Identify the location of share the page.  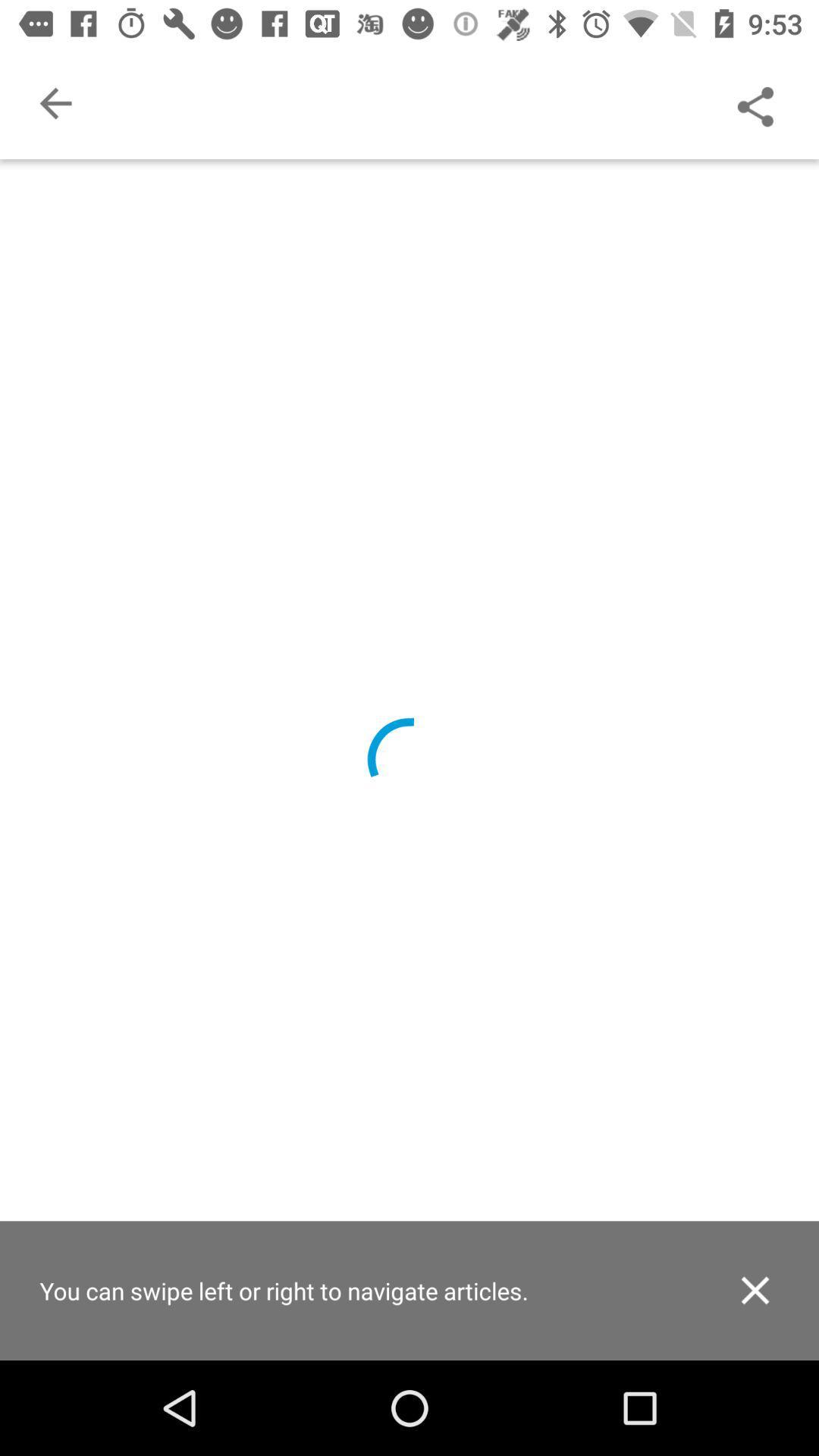
(755, 102).